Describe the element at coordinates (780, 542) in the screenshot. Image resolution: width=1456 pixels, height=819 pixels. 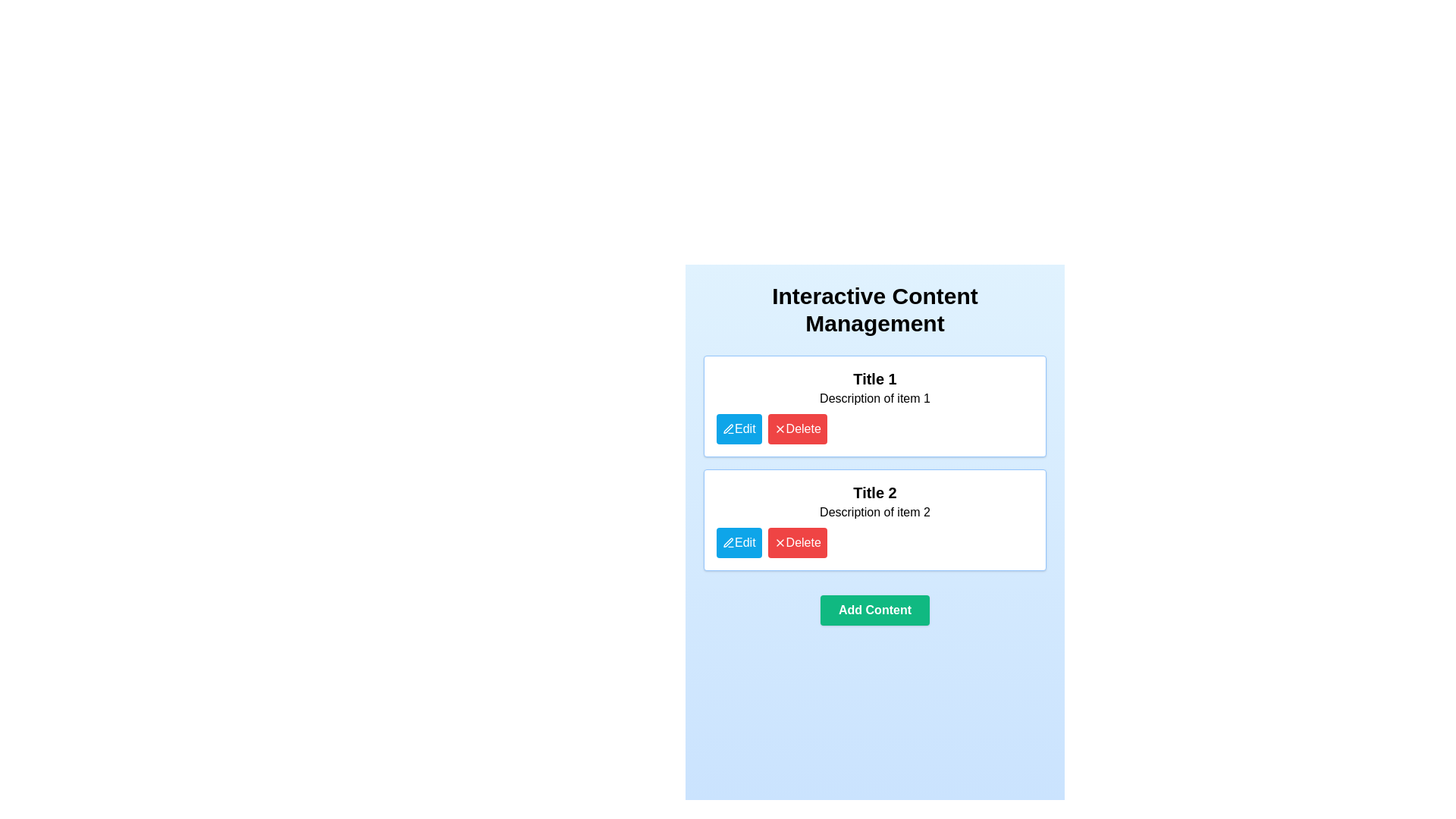
I see `the 'X' shaped icon with a red background located inside the 'Delete' button` at that location.